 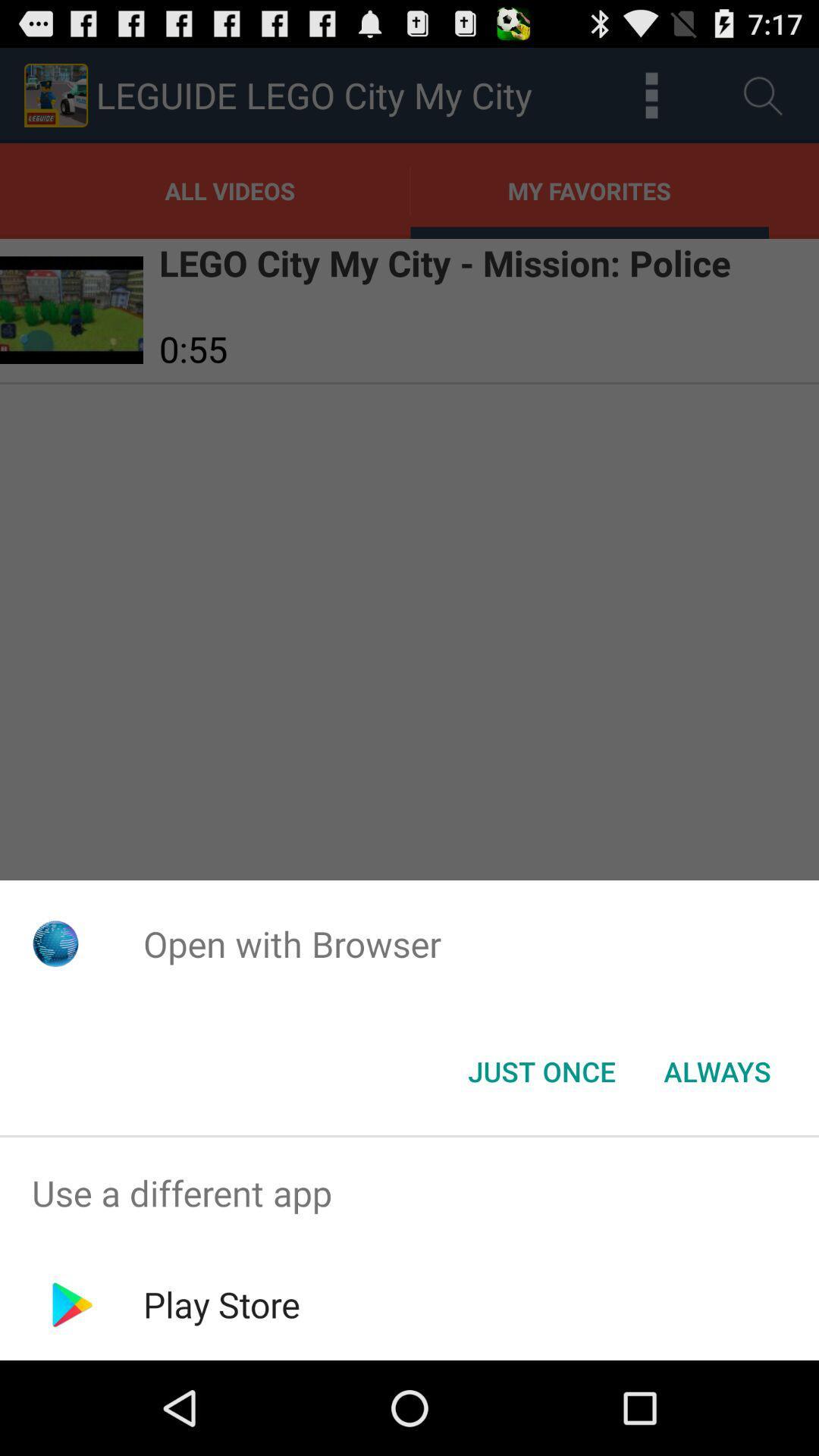 What do you see at coordinates (409, 1192) in the screenshot?
I see `the use a different` at bounding box center [409, 1192].